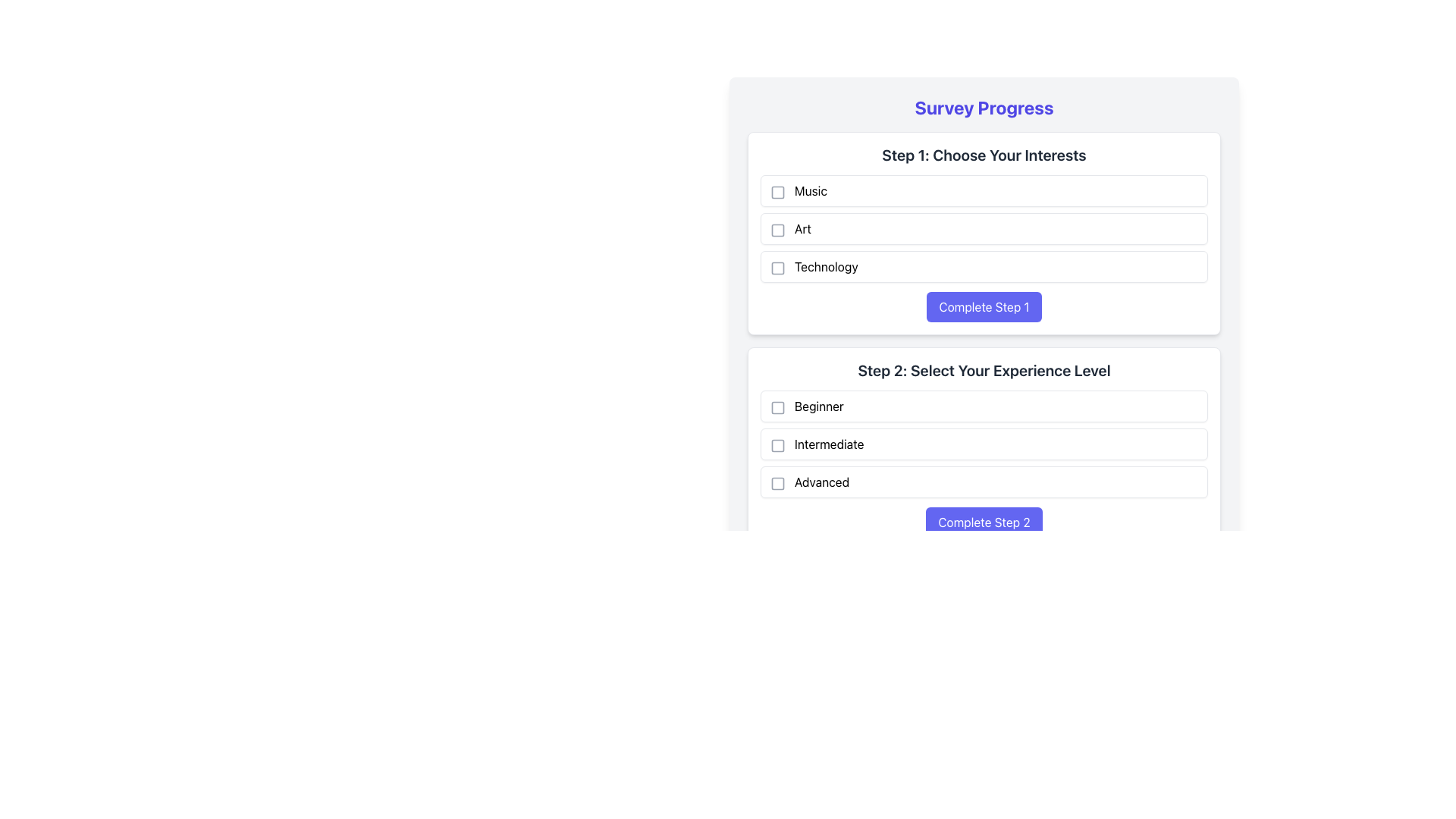  Describe the element at coordinates (778, 191) in the screenshot. I see `the Checkbox Icon located to the left of the text 'Music' to interact with it` at that location.